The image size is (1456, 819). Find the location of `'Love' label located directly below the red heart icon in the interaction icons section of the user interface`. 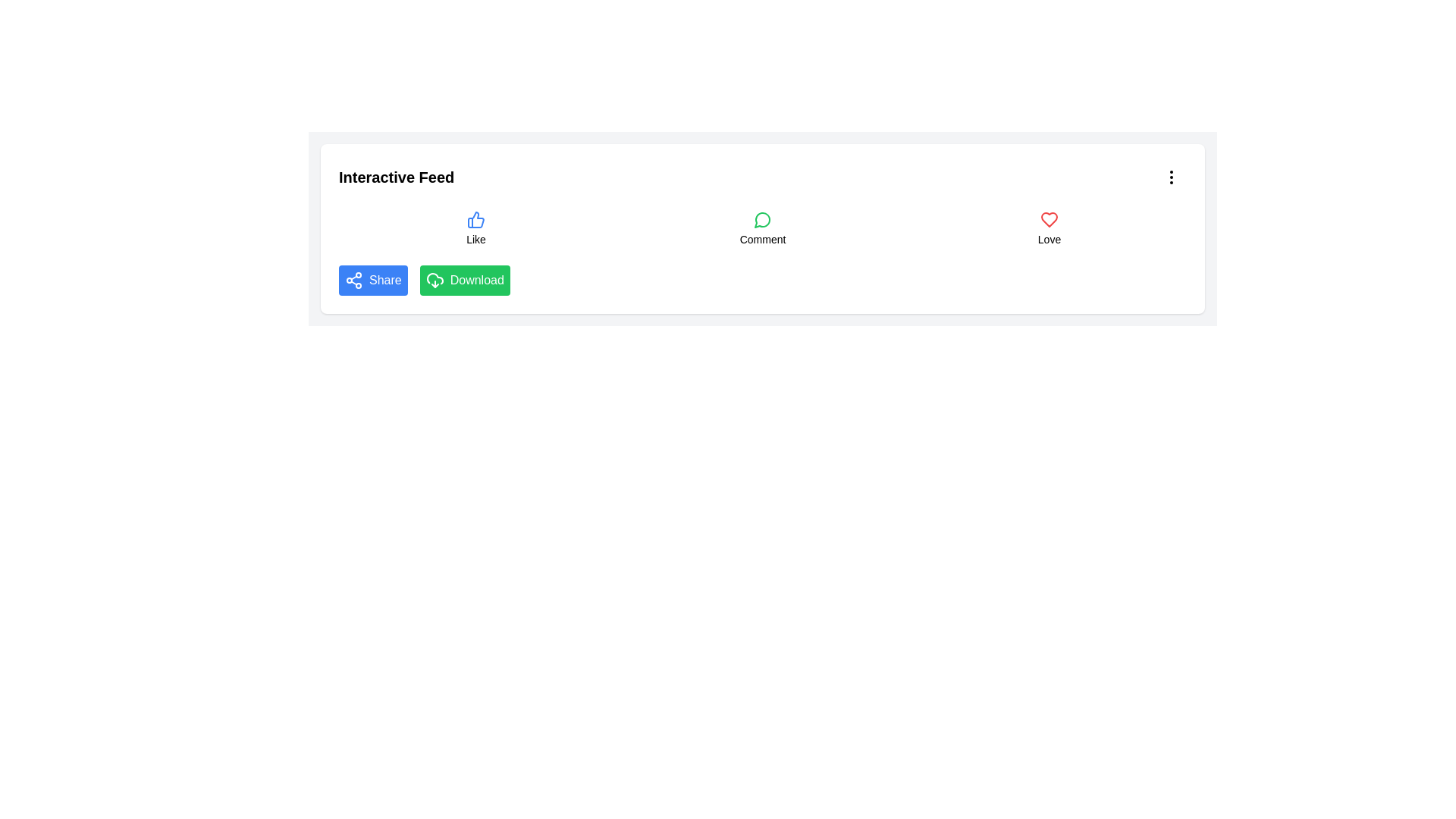

'Love' label located directly below the red heart icon in the interaction icons section of the user interface is located at coordinates (1048, 239).